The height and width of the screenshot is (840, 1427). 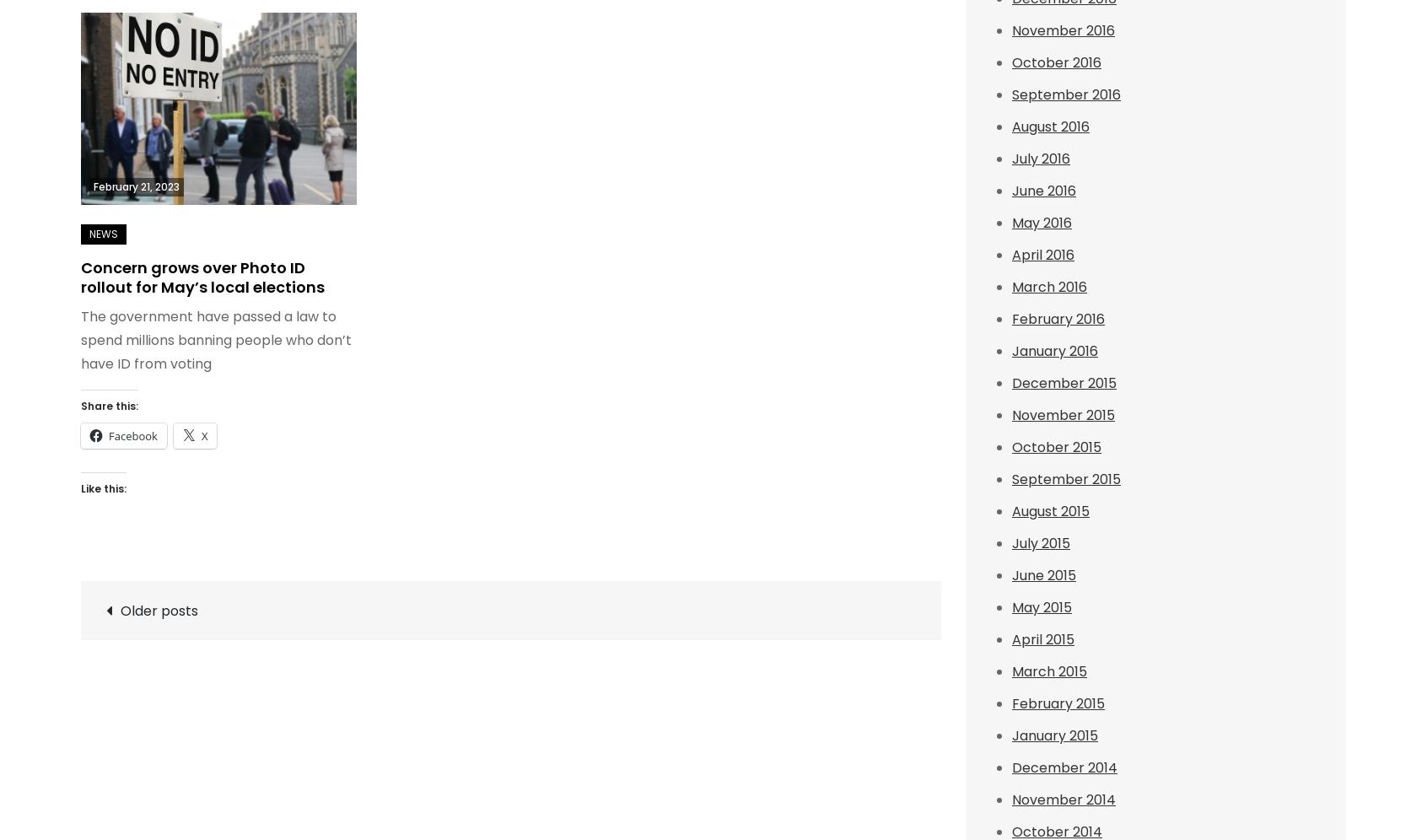 I want to click on 'Like this:', so click(x=104, y=487).